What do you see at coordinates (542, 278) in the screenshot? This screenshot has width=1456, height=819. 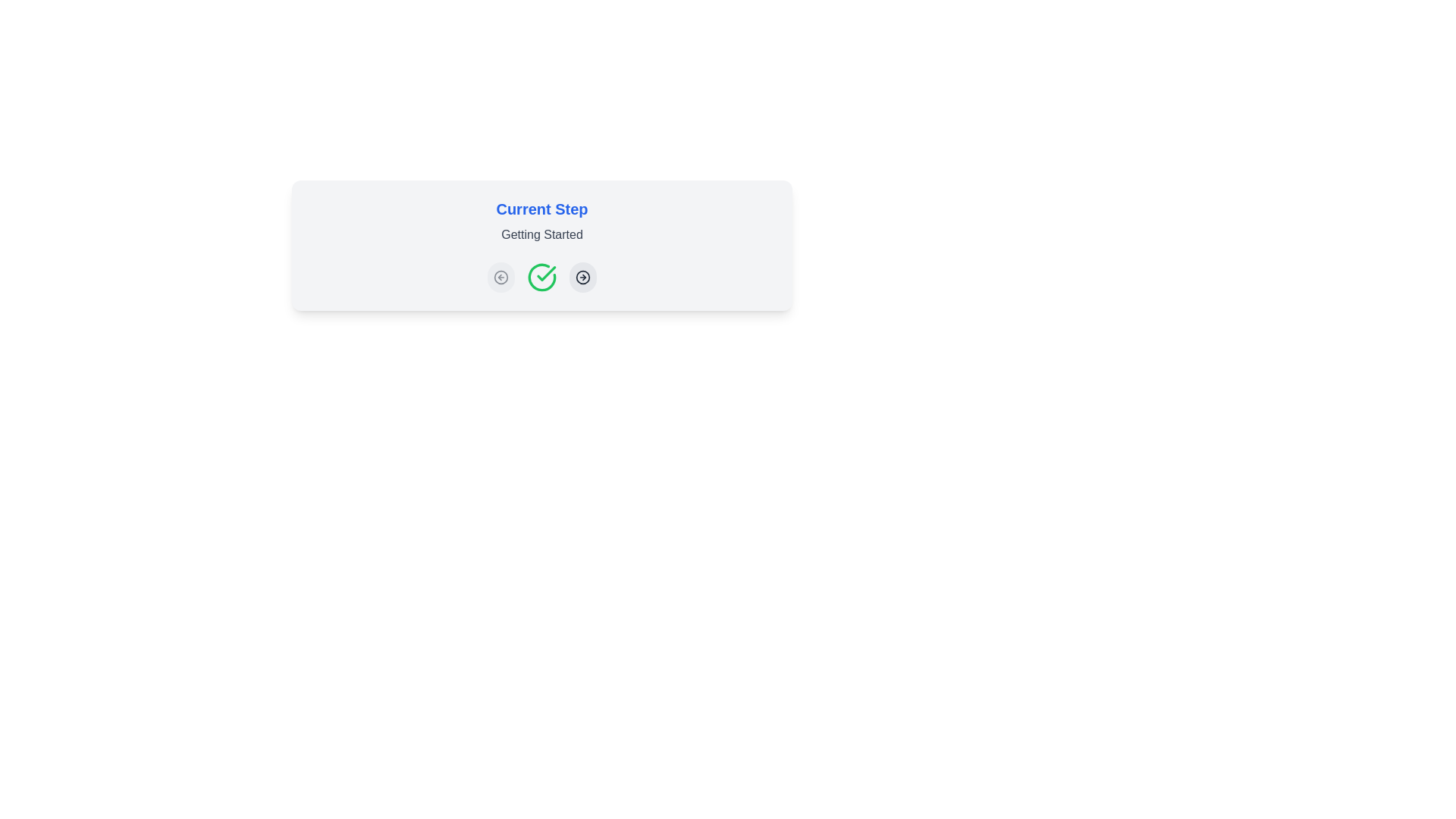 I see `the central confirmation button, which is larger, green, and features a checkmark icon in the group of three horizontally aligned buttons under the 'Current Step' card titled 'Getting Started'` at bounding box center [542, 278].